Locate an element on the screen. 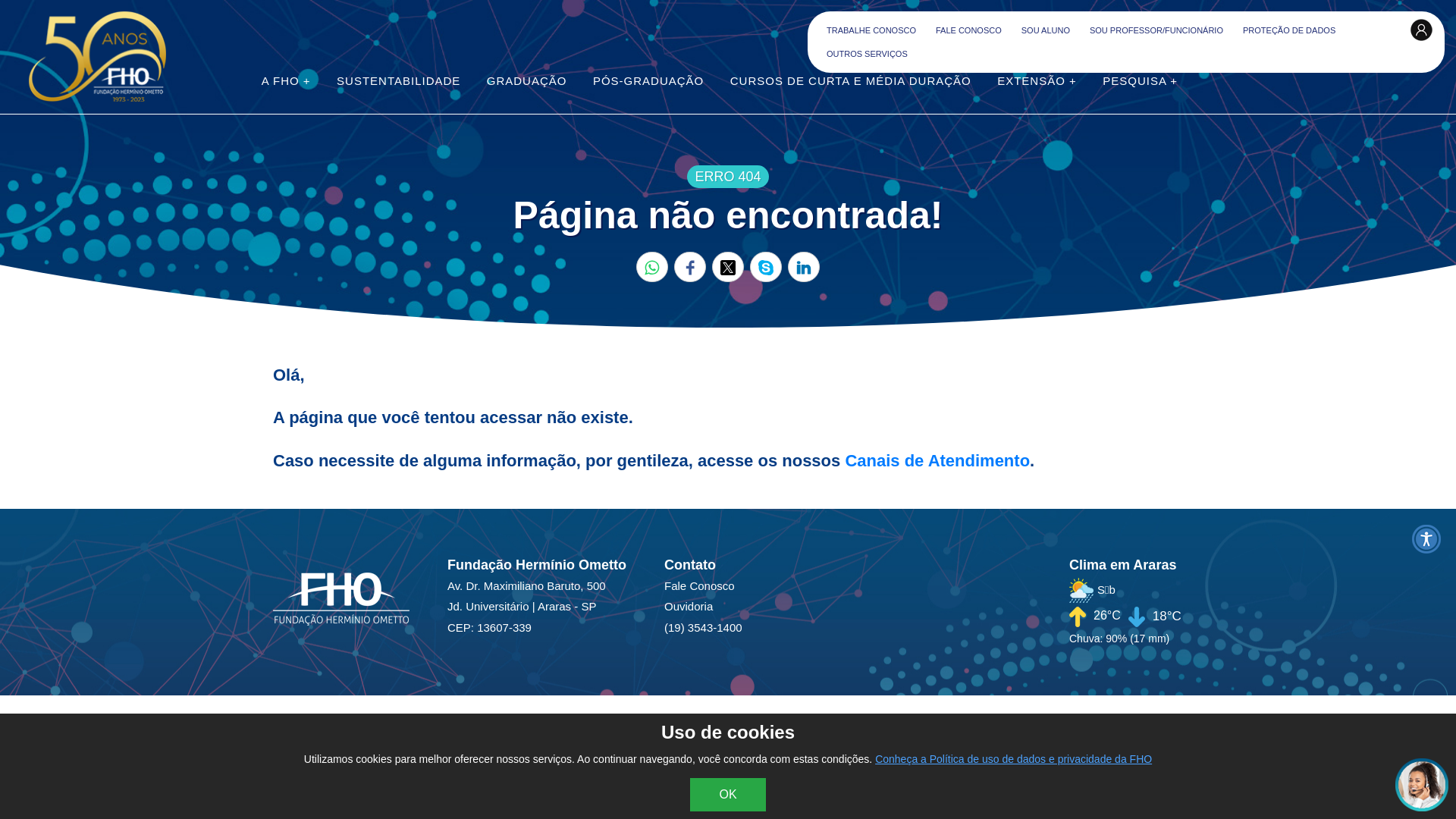 This screenshot has height=819, width=1456. 'Canais de Atendimento' is located at coordinates (937, 460).